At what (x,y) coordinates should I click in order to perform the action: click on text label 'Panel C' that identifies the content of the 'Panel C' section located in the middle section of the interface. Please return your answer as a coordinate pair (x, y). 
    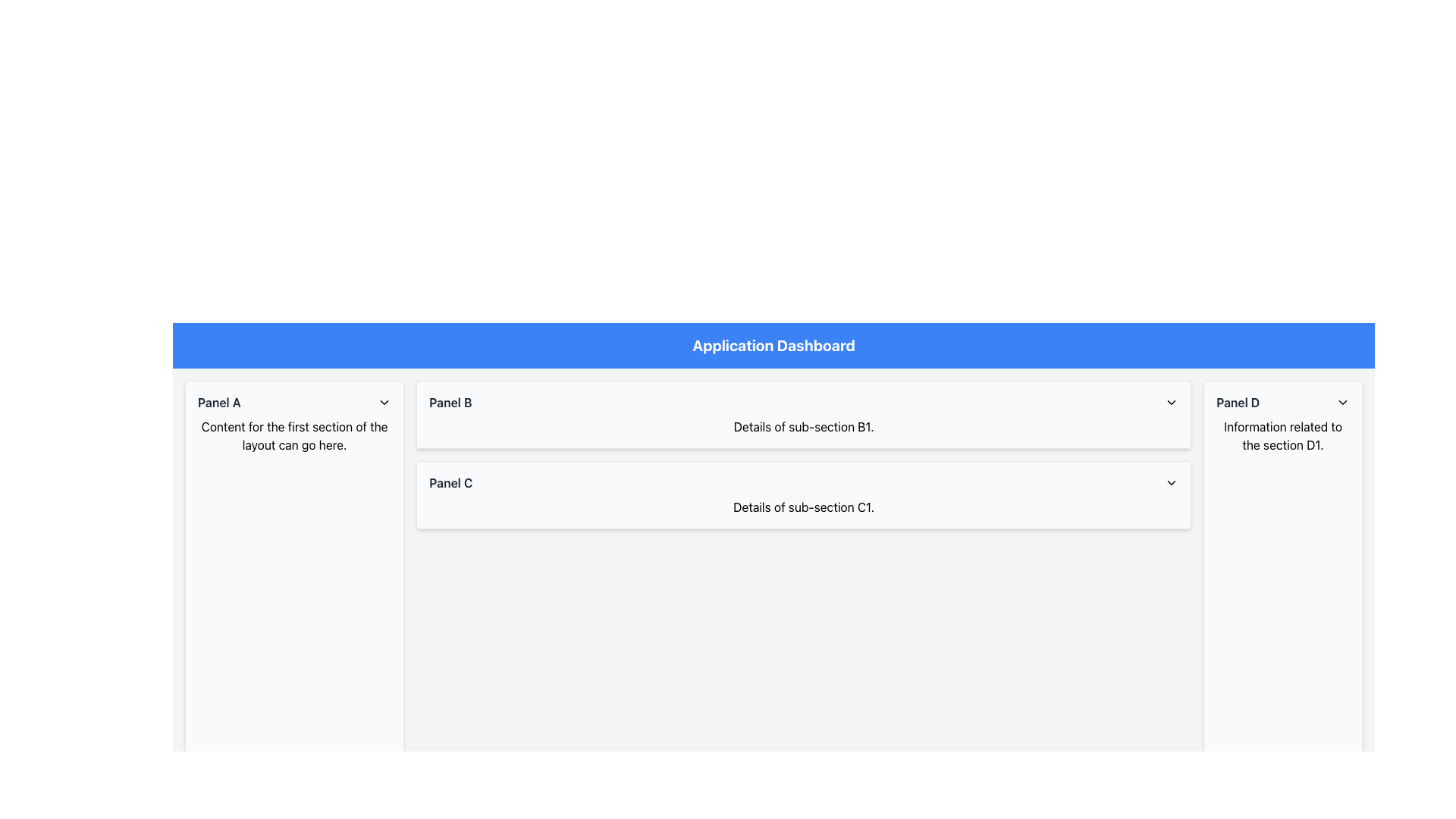
    Looking at the image, I should click on (450, 482).